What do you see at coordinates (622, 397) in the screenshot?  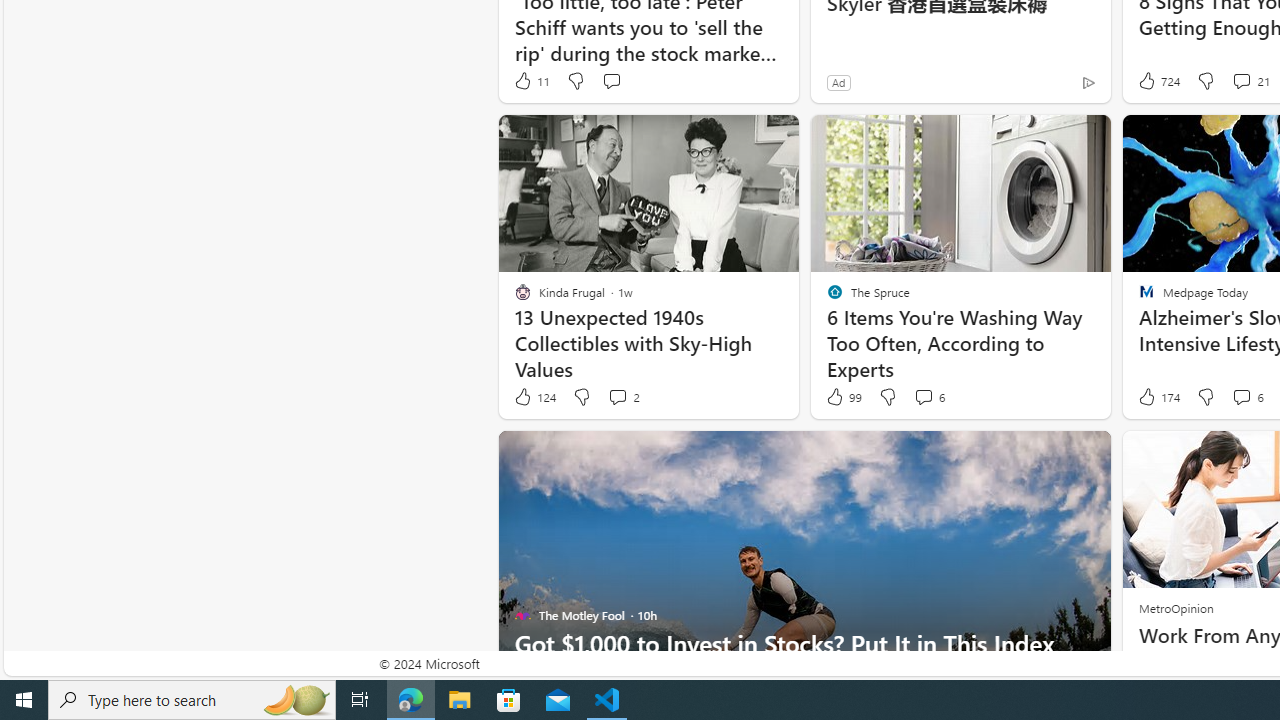 I see `'View comments 2 Comment'` at bounding box center [622, 397].